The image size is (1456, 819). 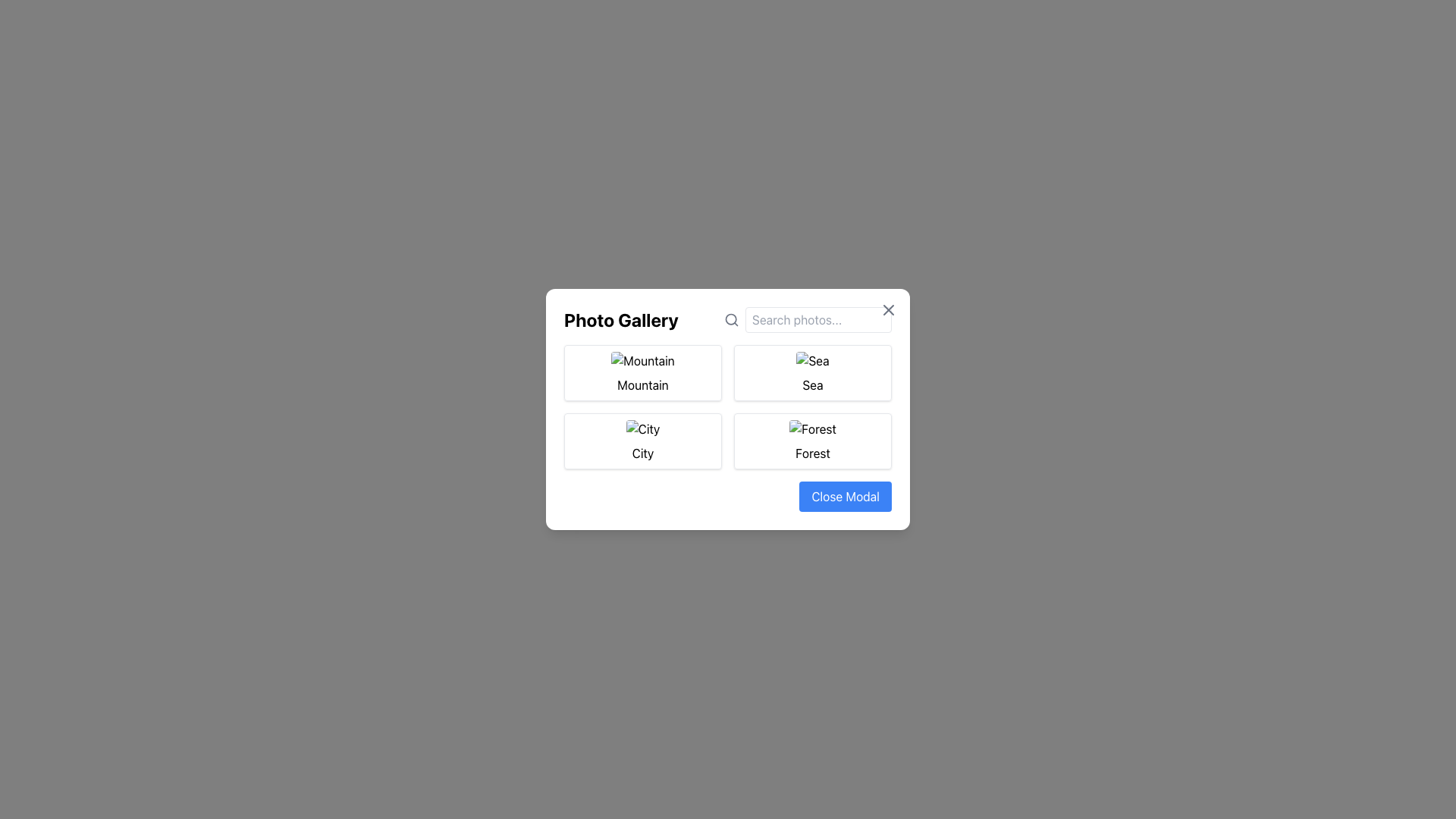 What do you see at coordinates (811, 441) in the screenshot?
I see `the 'Forest' selection card located in the bottom-right corner of the modal dialog` at bounding box center [811, 441].